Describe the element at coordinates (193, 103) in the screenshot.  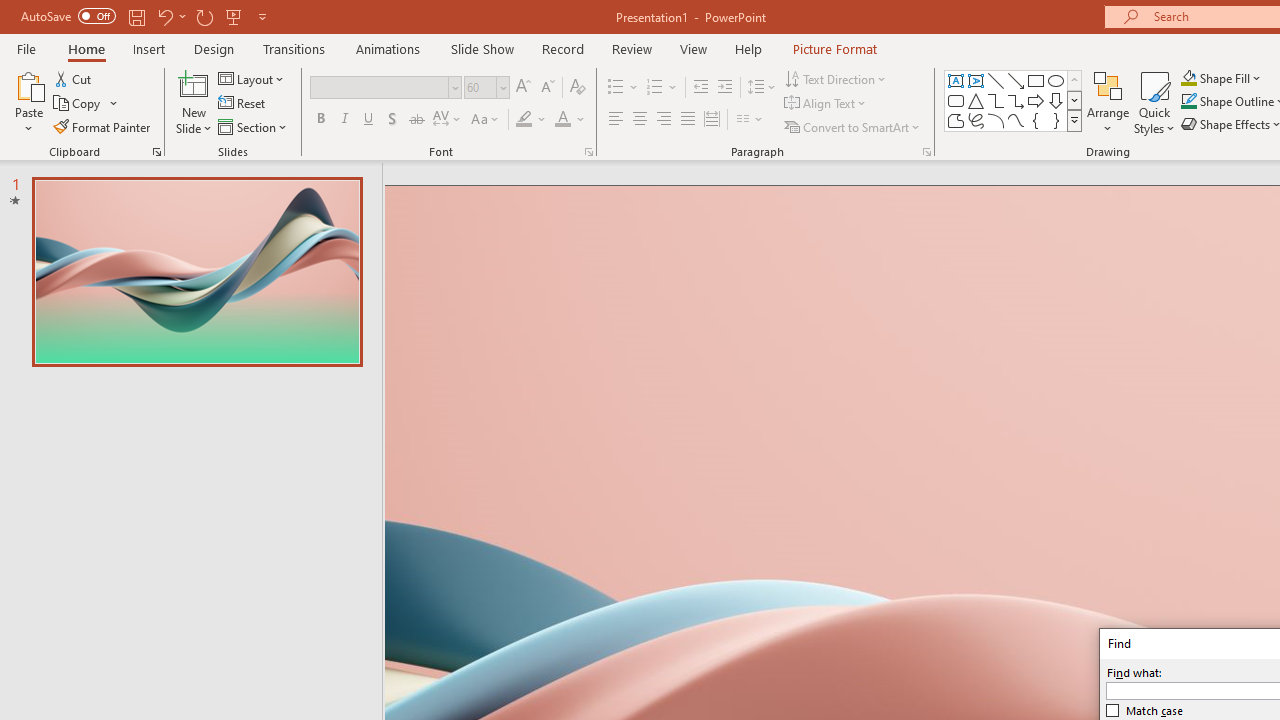
I see `'New Slide'` at that location.